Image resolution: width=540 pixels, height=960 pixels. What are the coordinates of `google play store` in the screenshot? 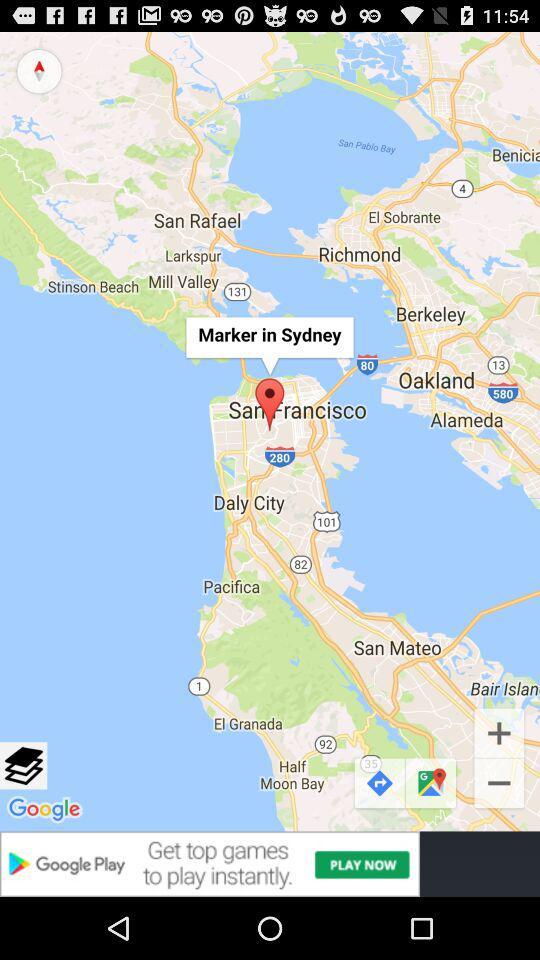 It's located at (270, 863).